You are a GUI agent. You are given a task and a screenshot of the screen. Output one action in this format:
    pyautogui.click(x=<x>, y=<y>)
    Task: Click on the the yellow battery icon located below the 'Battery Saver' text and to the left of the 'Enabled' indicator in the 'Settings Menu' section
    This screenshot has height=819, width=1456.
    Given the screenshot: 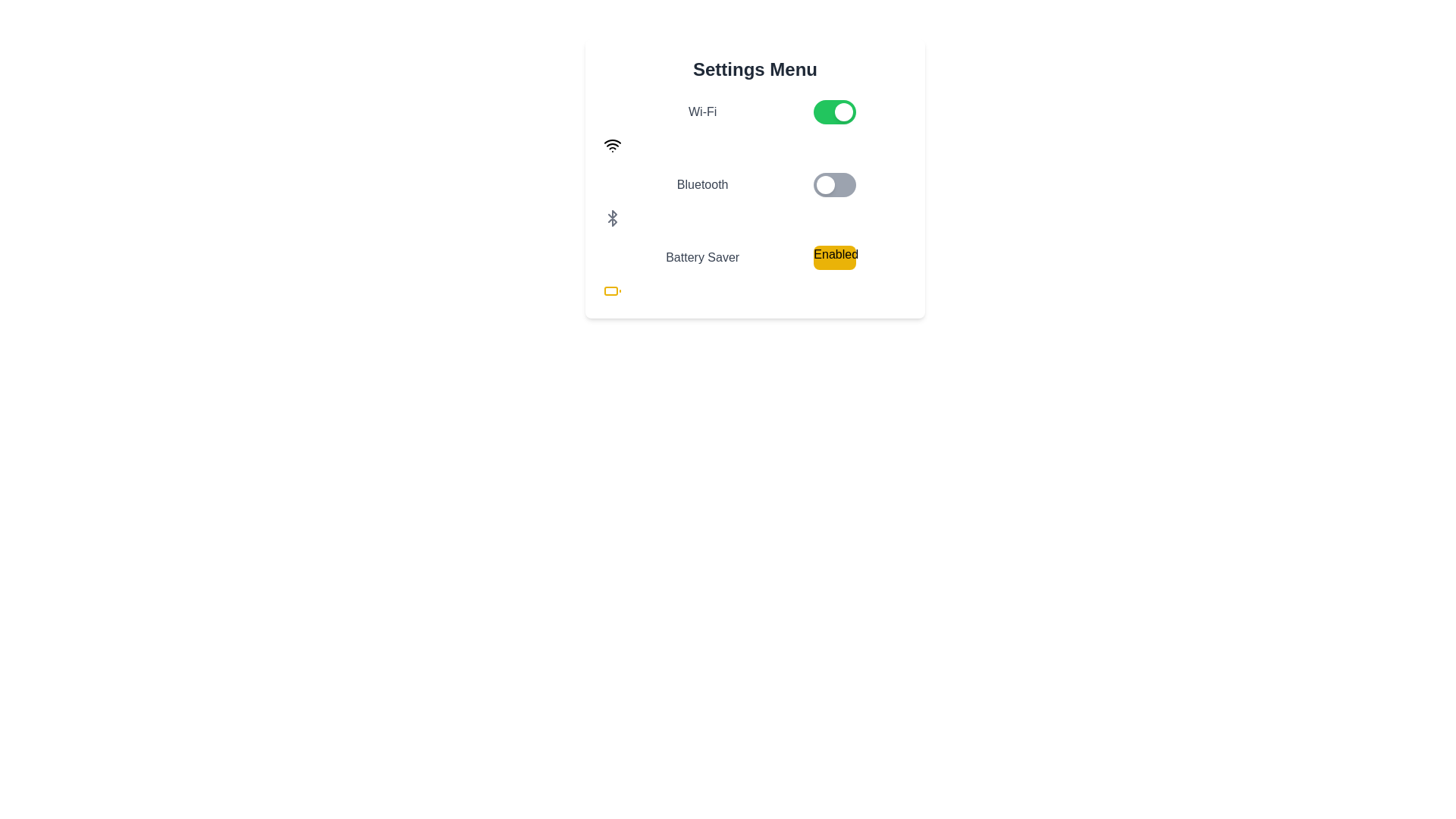 What is the action you would take?
    pyautogui.click(x=612, y=291)
    